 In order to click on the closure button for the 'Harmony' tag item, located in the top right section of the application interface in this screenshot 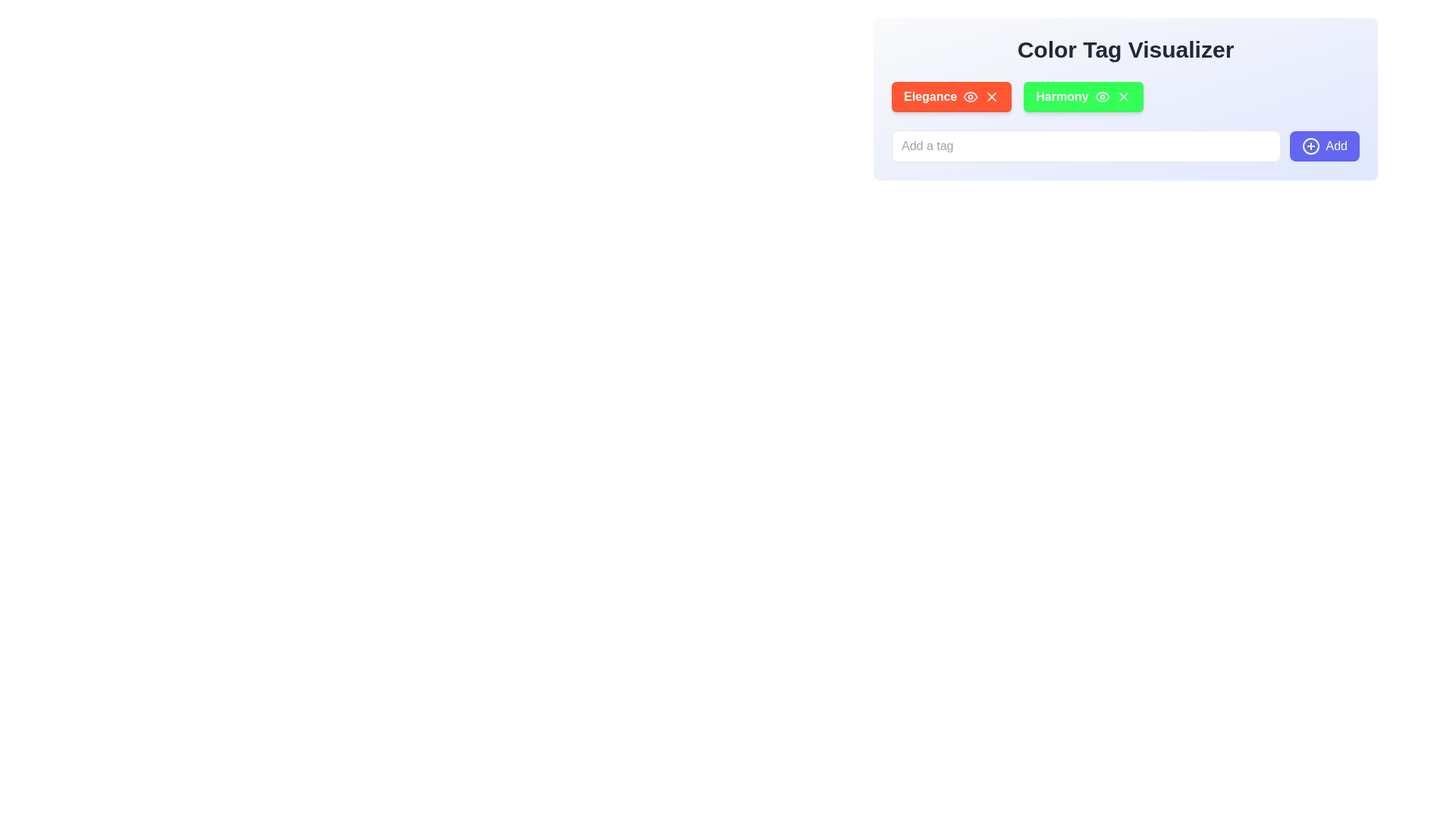, I will do `click(1123, 96)`.